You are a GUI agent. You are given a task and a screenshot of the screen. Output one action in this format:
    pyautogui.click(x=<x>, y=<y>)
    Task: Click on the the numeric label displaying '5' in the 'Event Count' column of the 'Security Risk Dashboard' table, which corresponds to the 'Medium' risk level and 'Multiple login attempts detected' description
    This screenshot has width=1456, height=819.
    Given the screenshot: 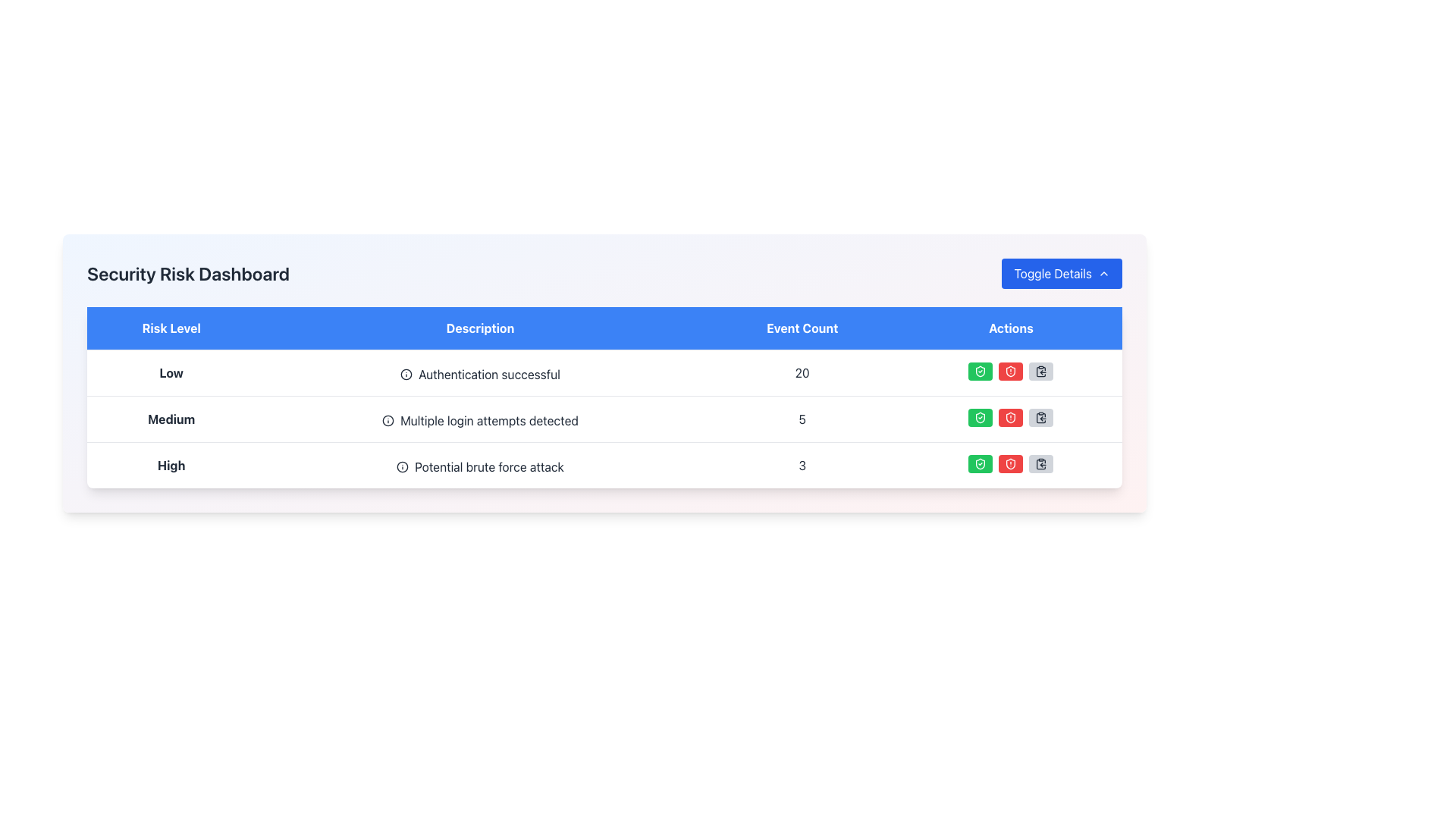 What is the action you would take?
    pyautogui.click(x=802, y=419)
    